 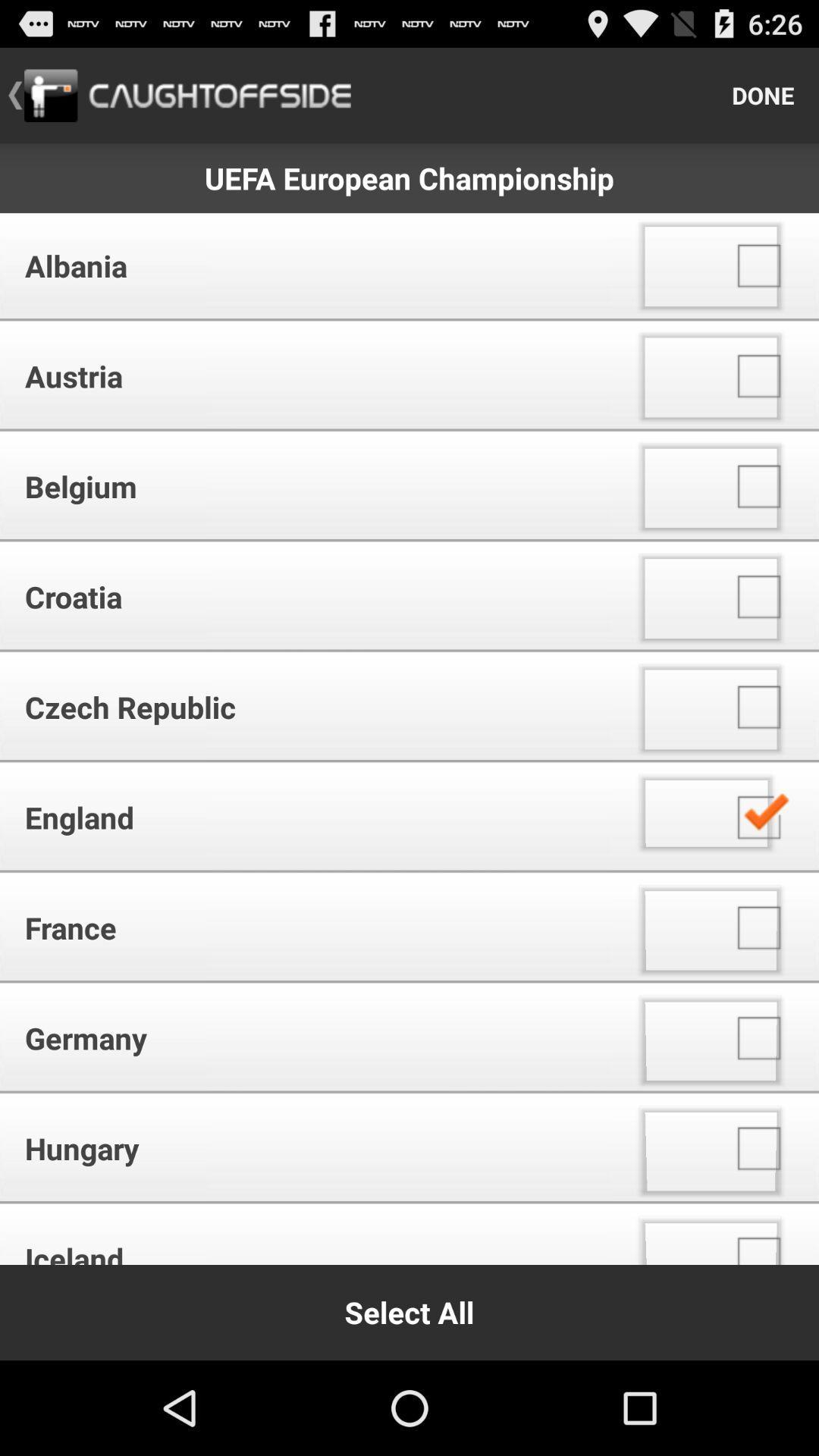 I want to click on croatia item, so click(x=310, y=596).